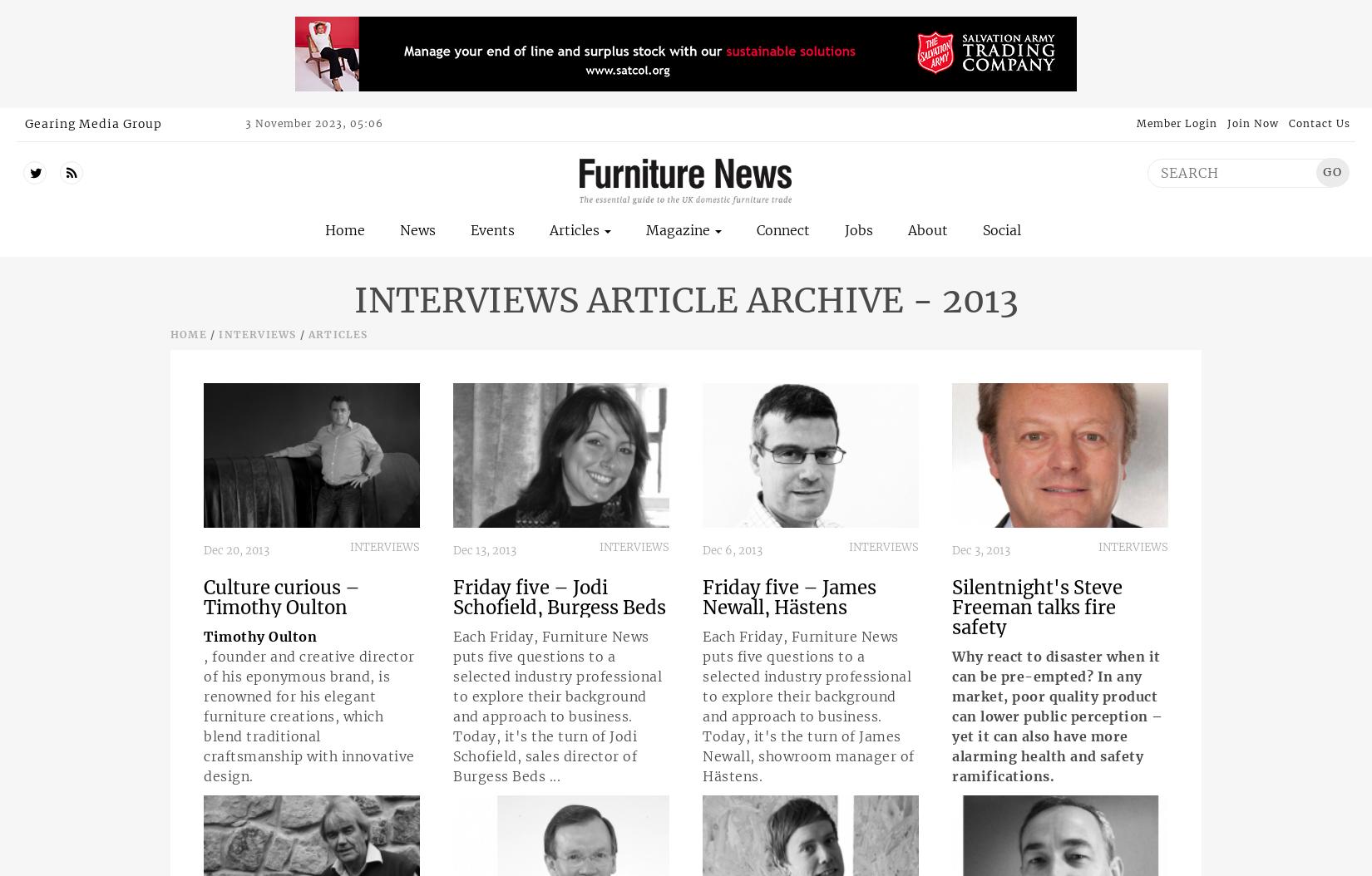  What do you see at coordinates (1001, 229) in the screenshot?
I see `'Social'` at bounding box center [1001, 229].